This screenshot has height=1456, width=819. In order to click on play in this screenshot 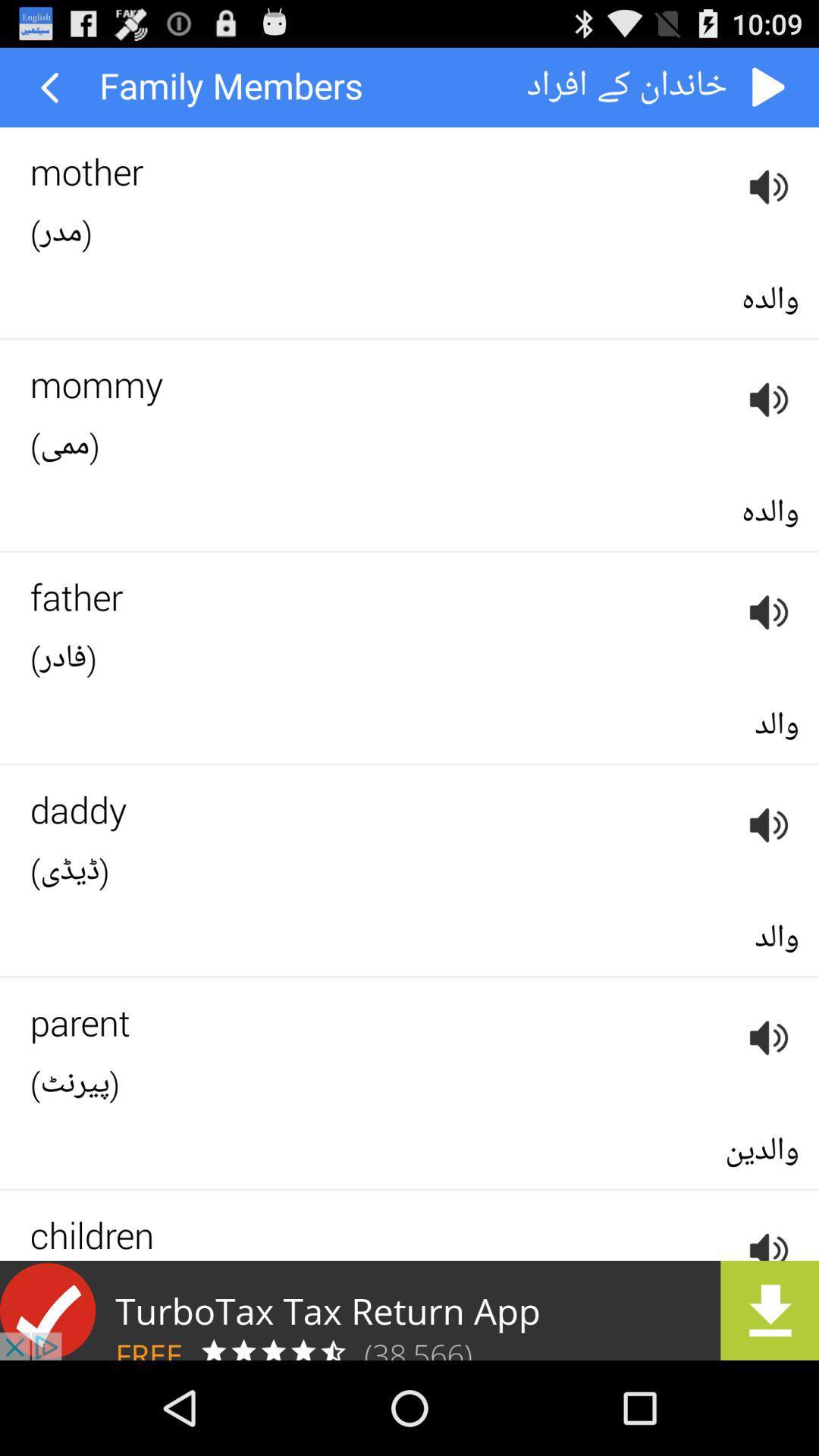, I will do `click(769, 86)`.